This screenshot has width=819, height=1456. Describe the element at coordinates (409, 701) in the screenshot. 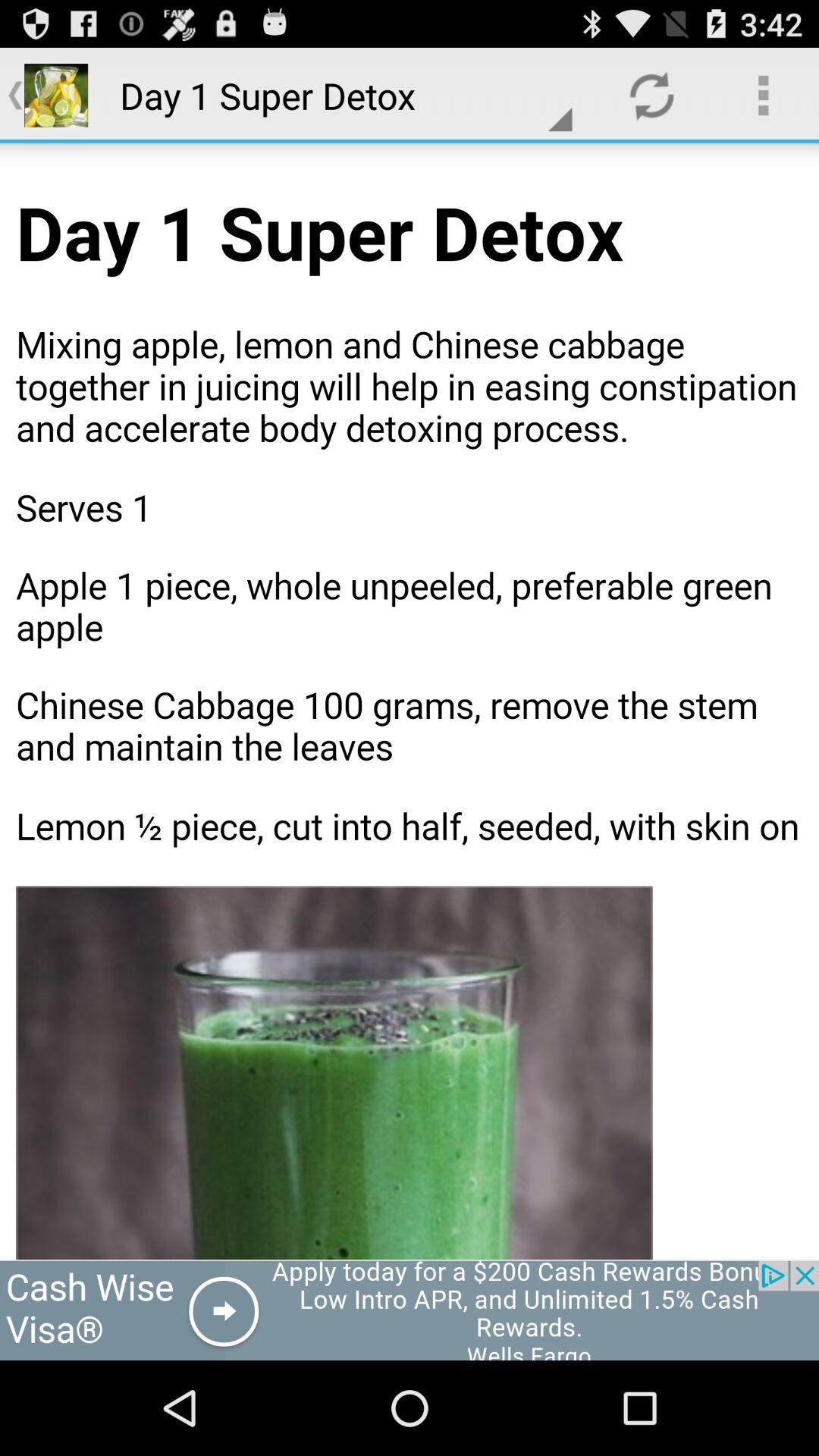

I see `day 1 super detox recipe` at that location.